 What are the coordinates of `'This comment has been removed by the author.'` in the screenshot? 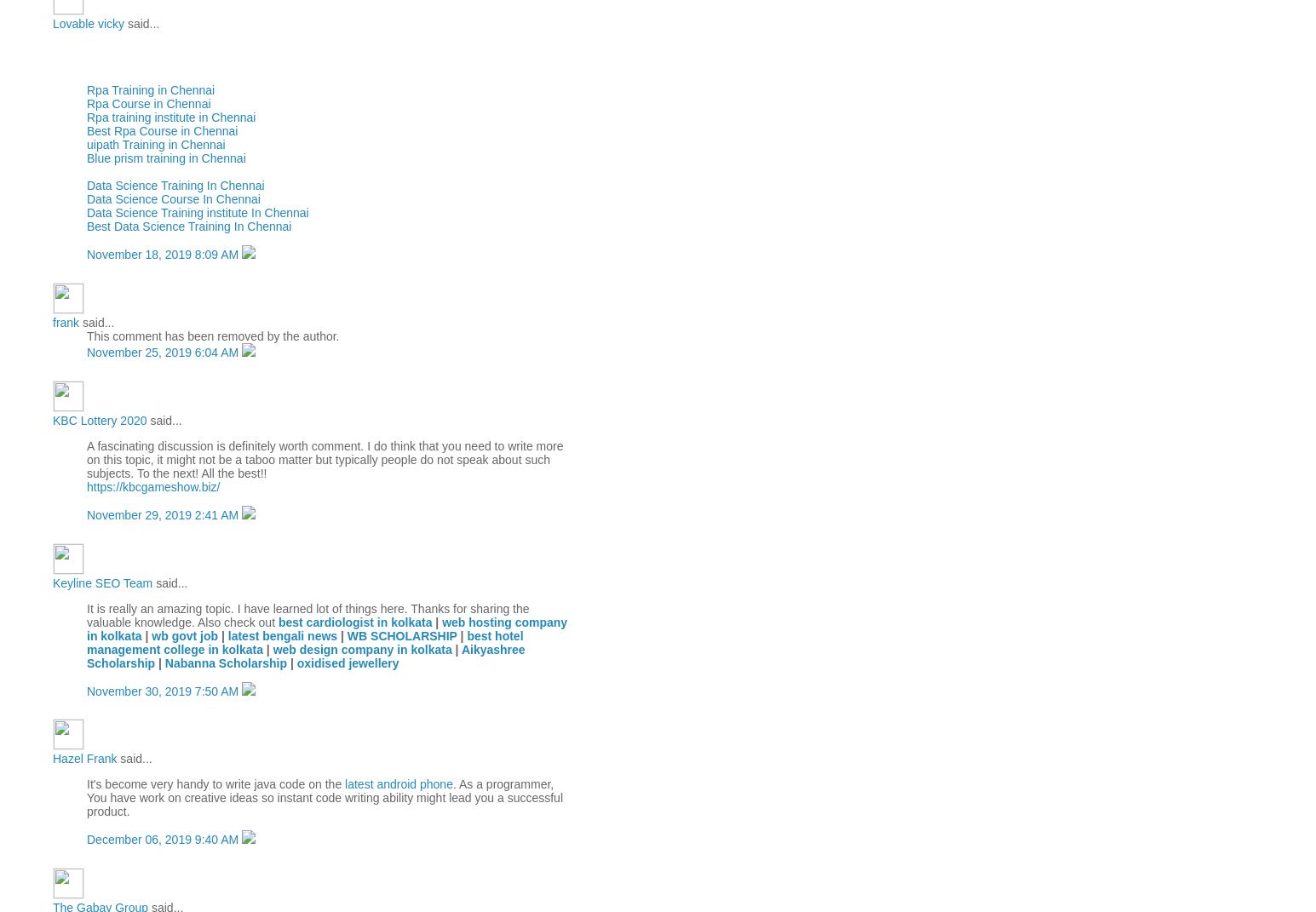 It's located at (212, 336).